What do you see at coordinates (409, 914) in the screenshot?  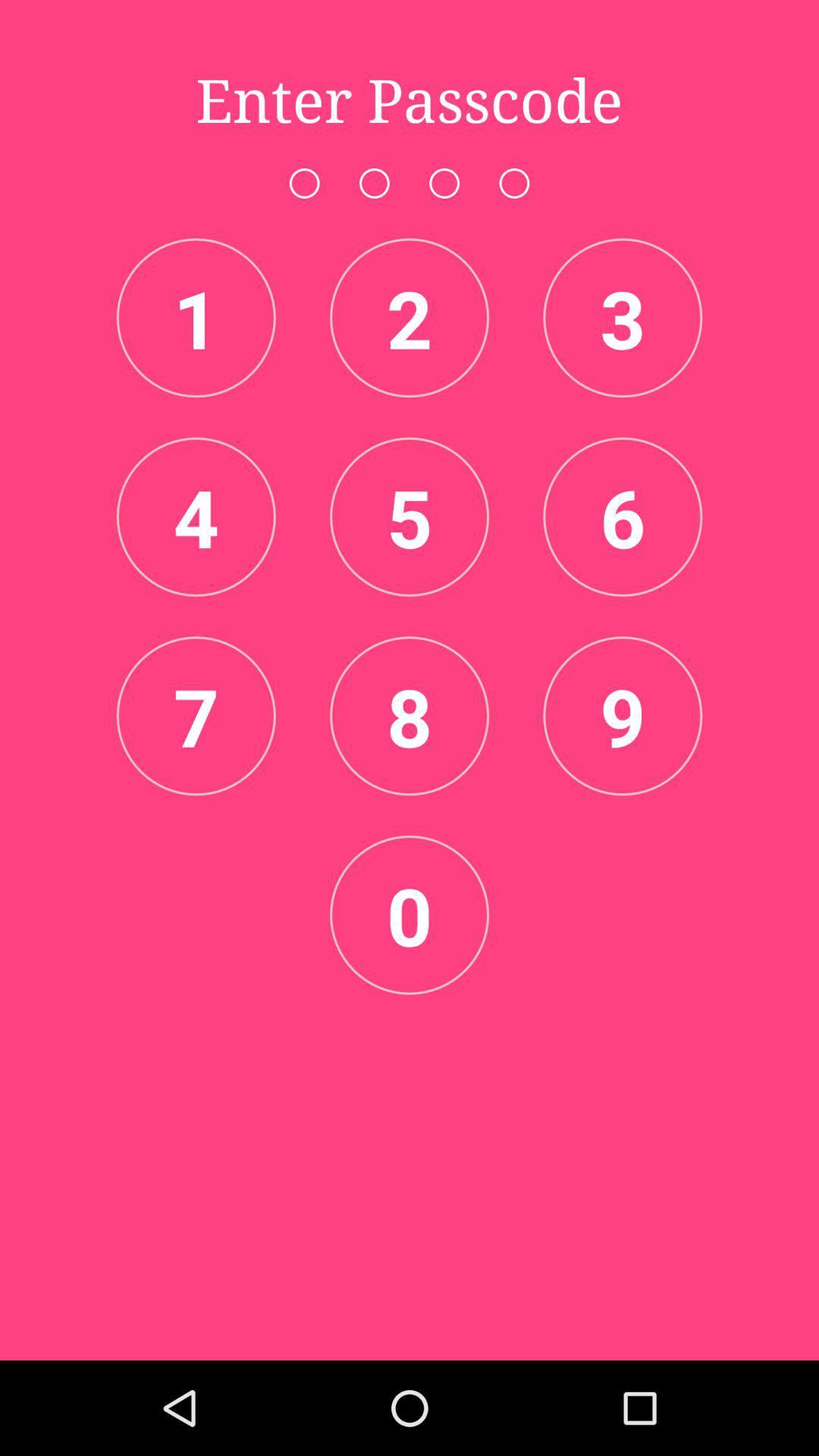 I see `the icon below the 8 item` at bounding box center [409, 914].